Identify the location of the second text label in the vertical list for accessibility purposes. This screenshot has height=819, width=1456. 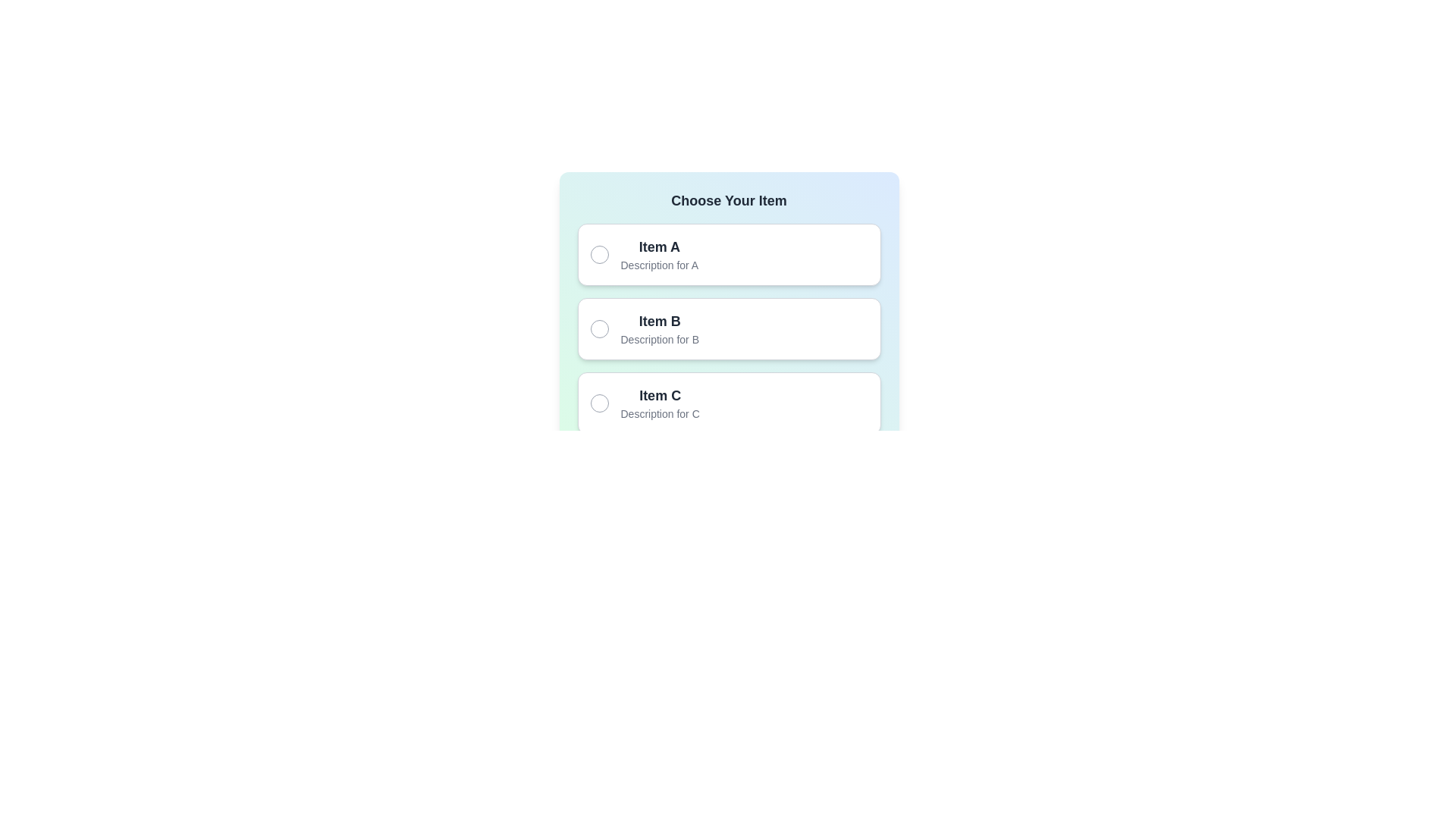
(660, 328).